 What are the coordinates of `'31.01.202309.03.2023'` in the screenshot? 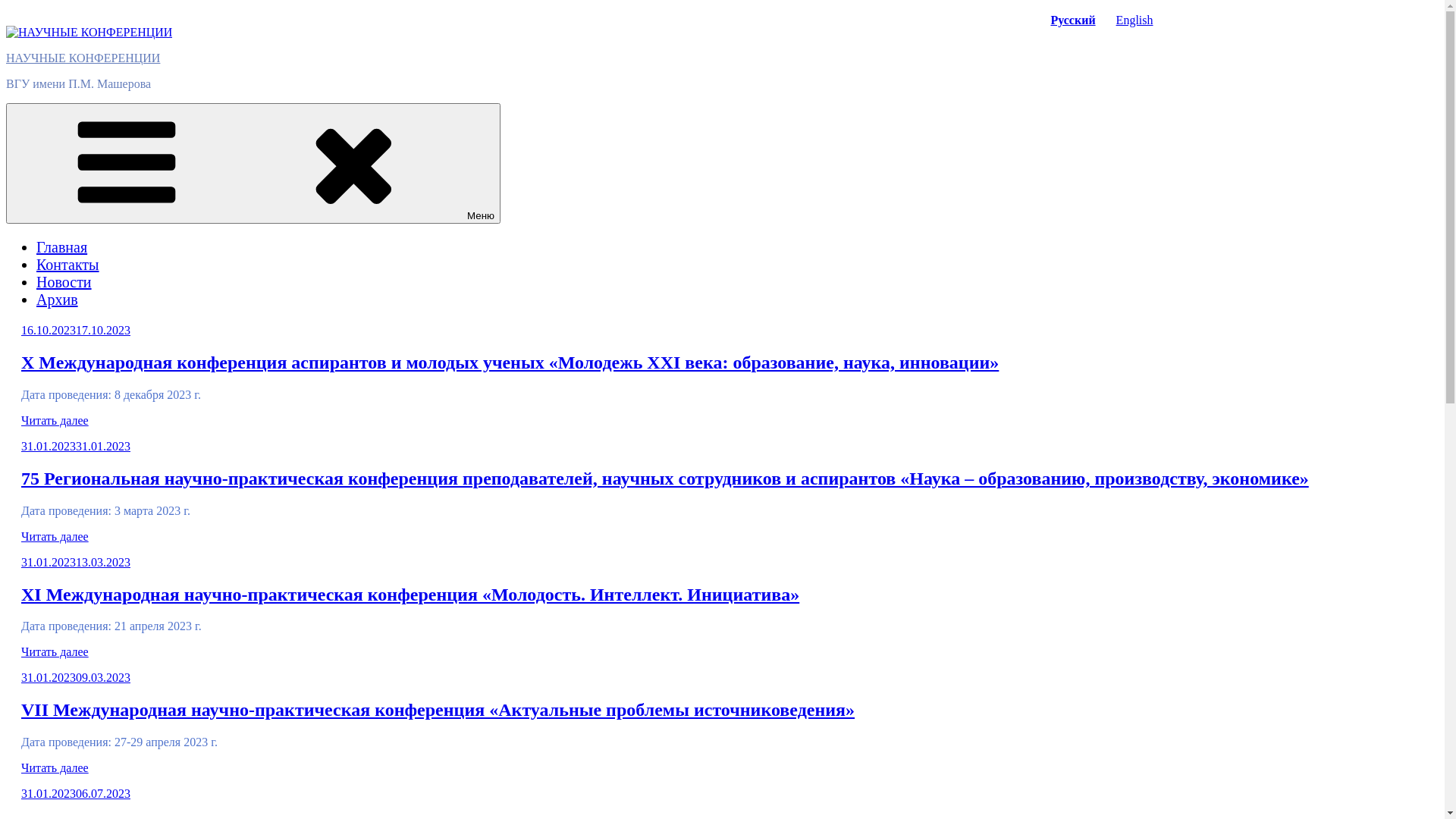 It's located at (21, 676).